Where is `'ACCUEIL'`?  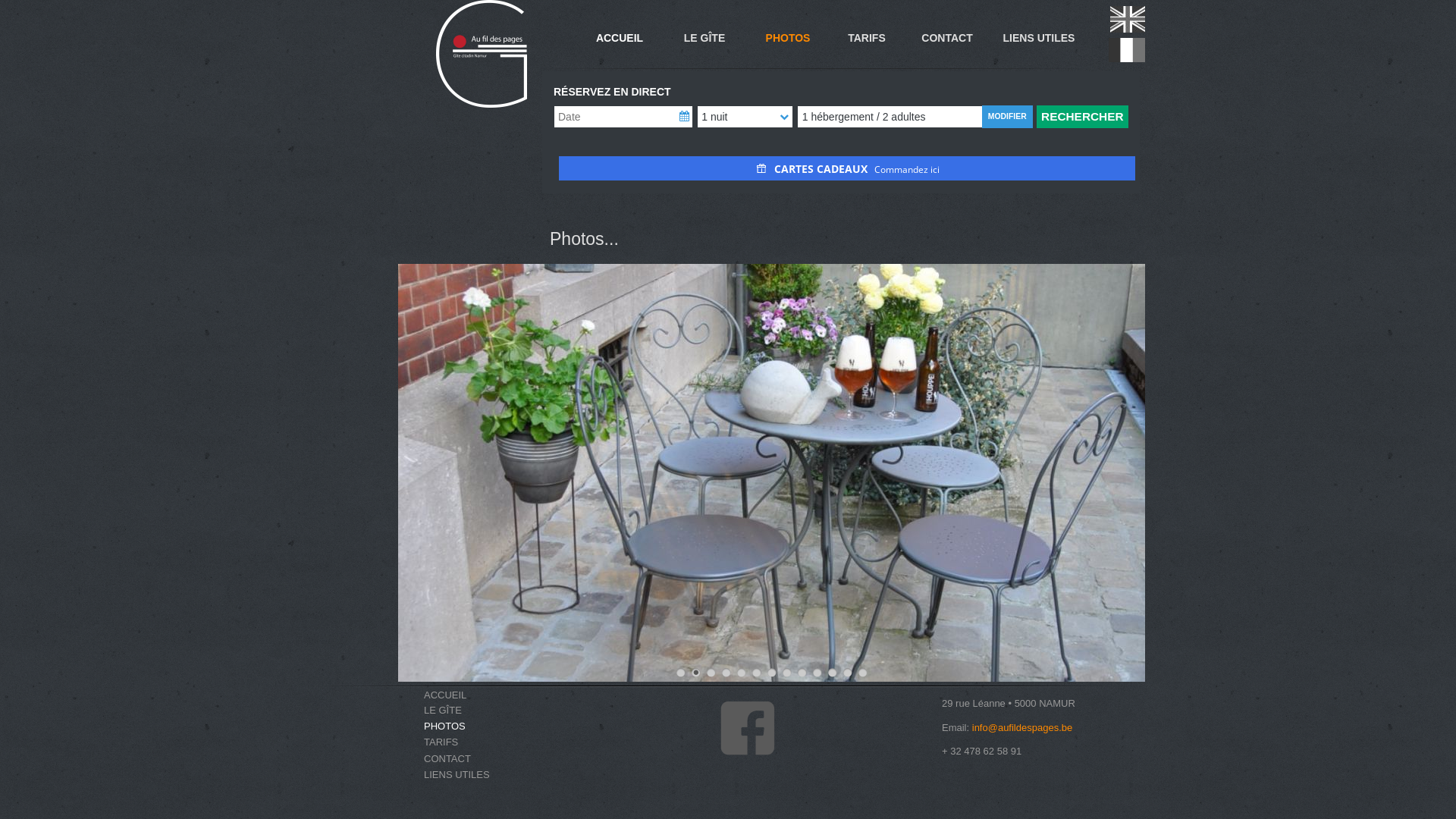
'ACCUEIL' is located at coordinates (619, 37).